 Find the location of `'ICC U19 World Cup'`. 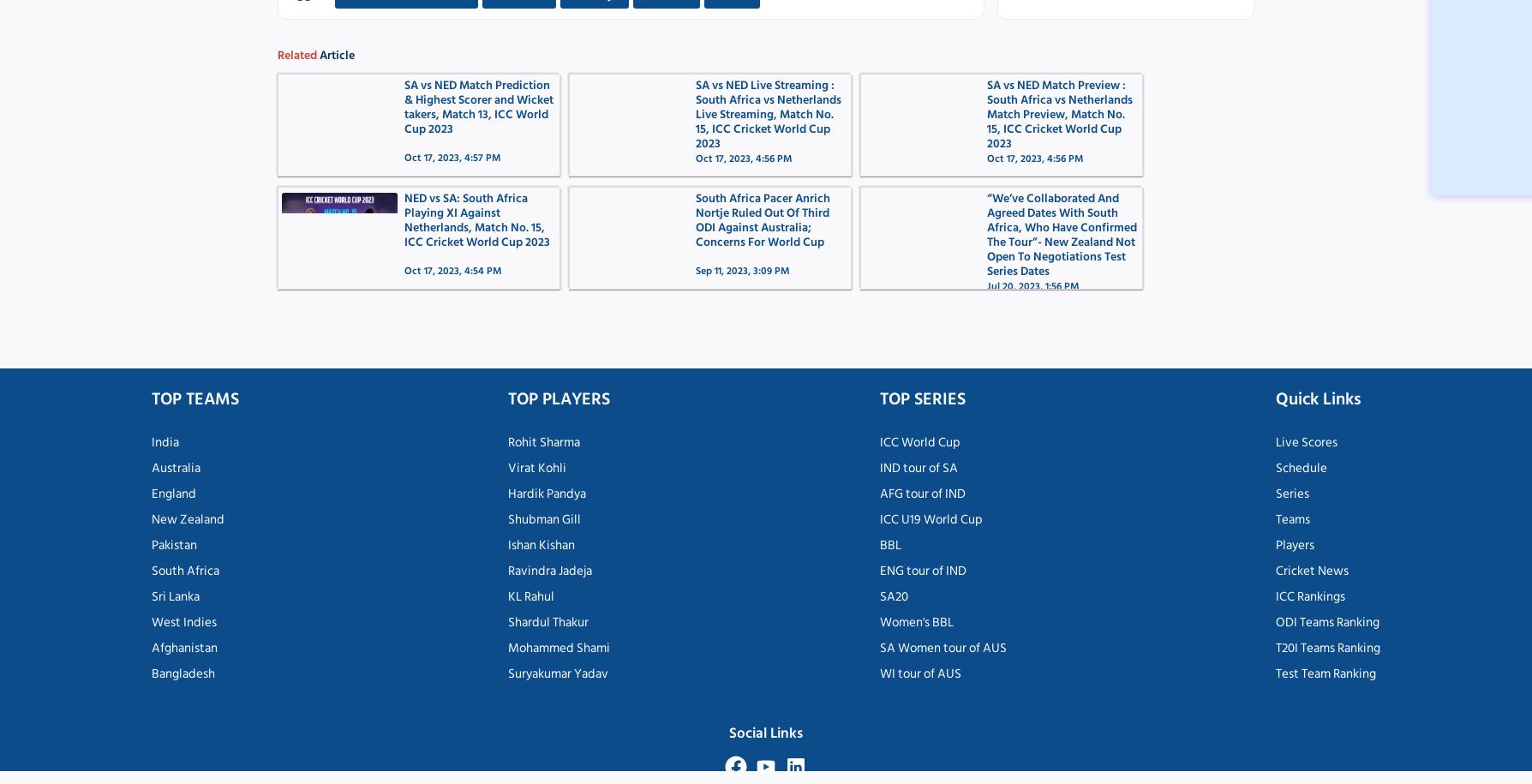

'ICC U19 World Cup' is located at coordinates (878, 518).